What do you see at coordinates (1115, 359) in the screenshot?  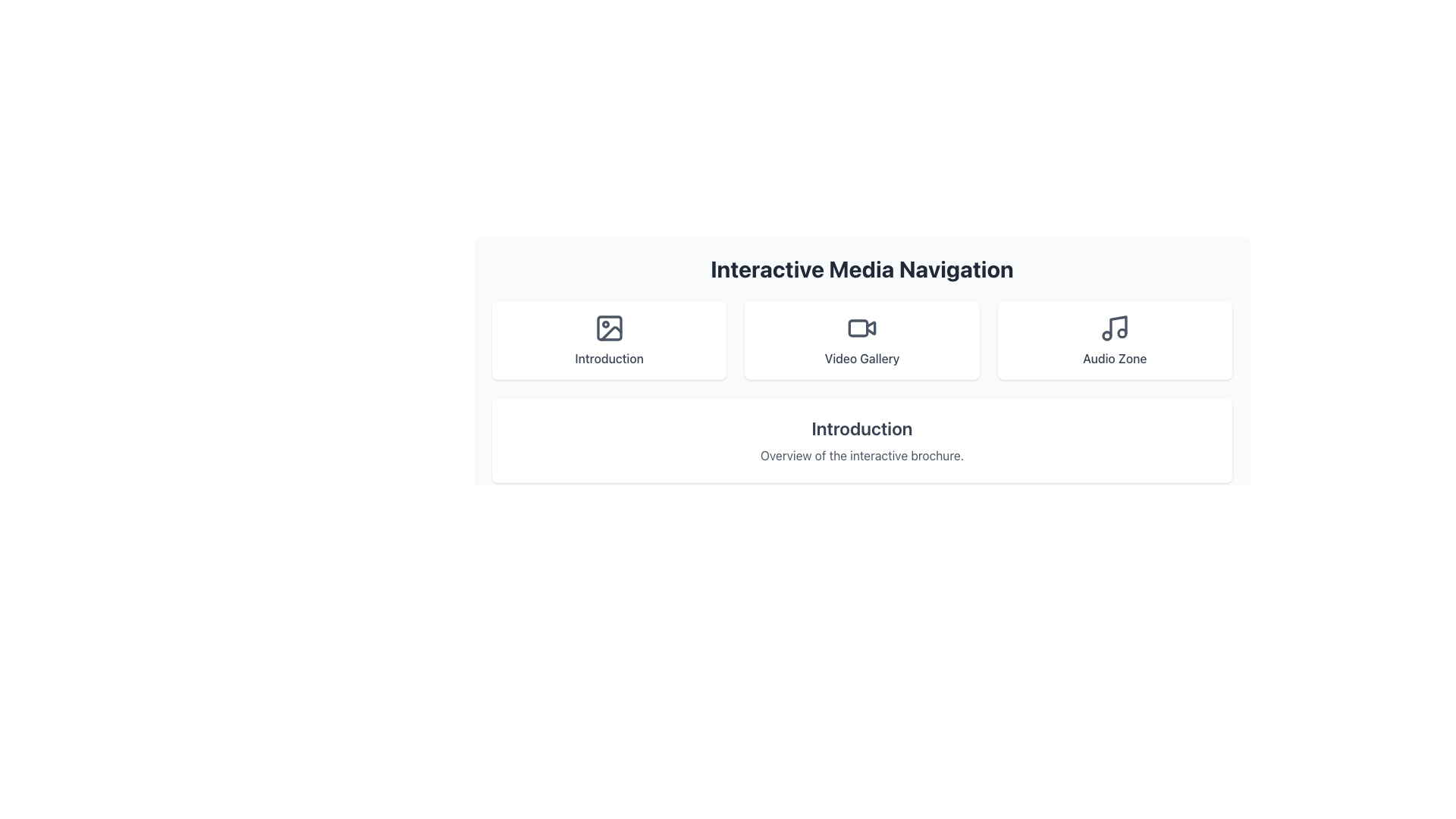 I see `the Static text label that displays 'Audio Zone', which is styled with a medium weight font and gray color, located below a music note icon in the third column of the grid` at bounding box center [1115, 359].